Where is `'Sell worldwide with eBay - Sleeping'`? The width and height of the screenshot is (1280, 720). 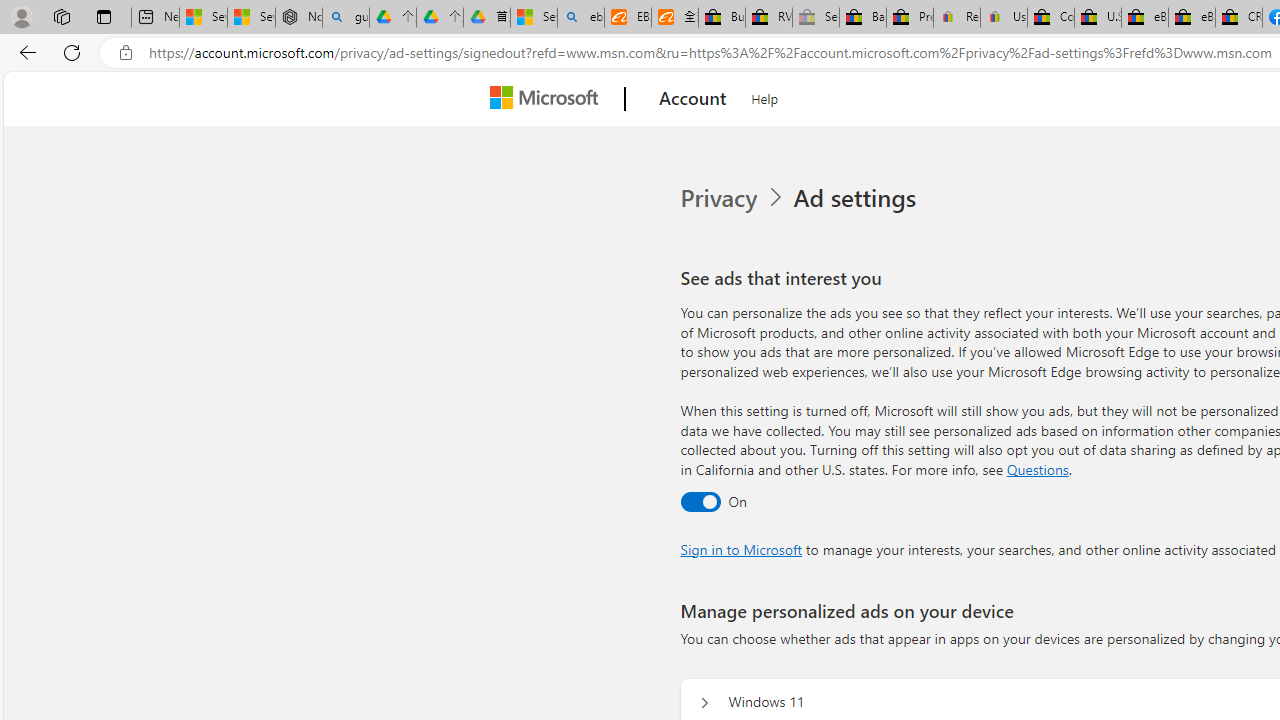
'Sell worldwide with eBay - Sleeping' is located at coordinates (815, 17).